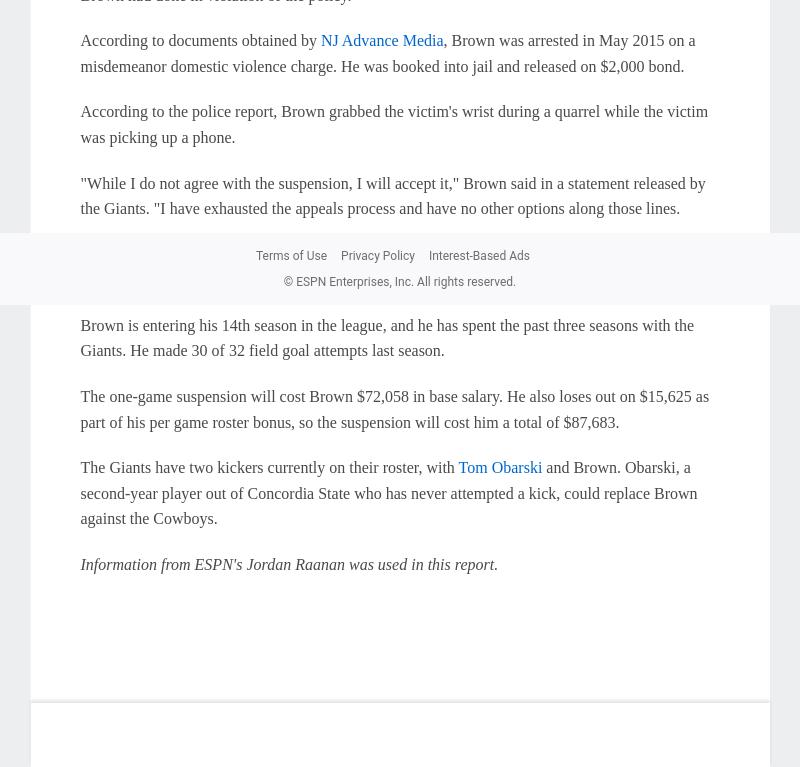 The width and height of the screenshot is (800, 767). Describe the element at coordinates (393, 124) in the screenshot. I see `'According to the police report, Brown grabbed the victim's wrist during a quarrel while the victim was picking up a phone.'` at that location.